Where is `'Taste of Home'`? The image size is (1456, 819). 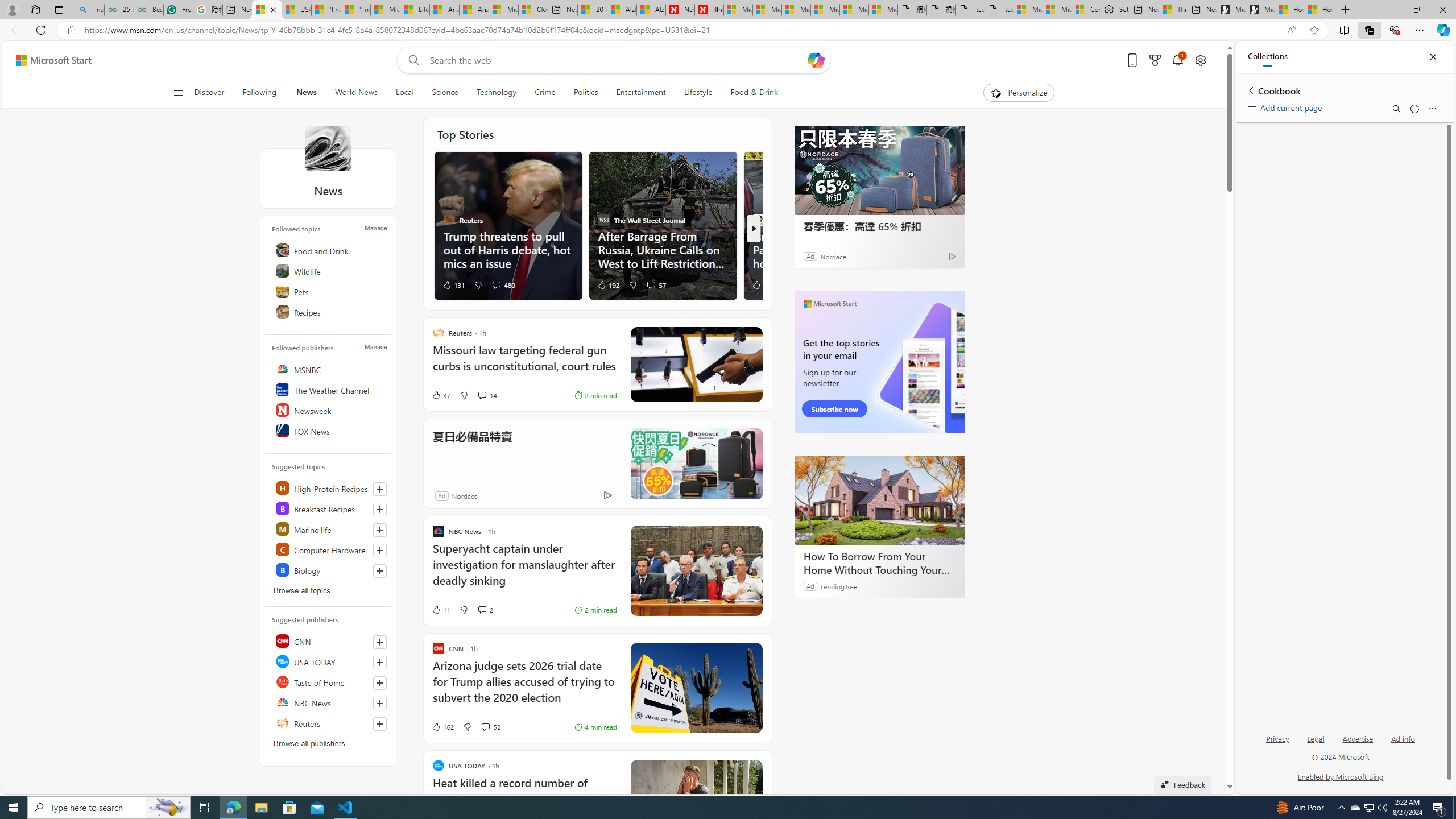
'Taste of Home' is located at coordinates (329, 681).